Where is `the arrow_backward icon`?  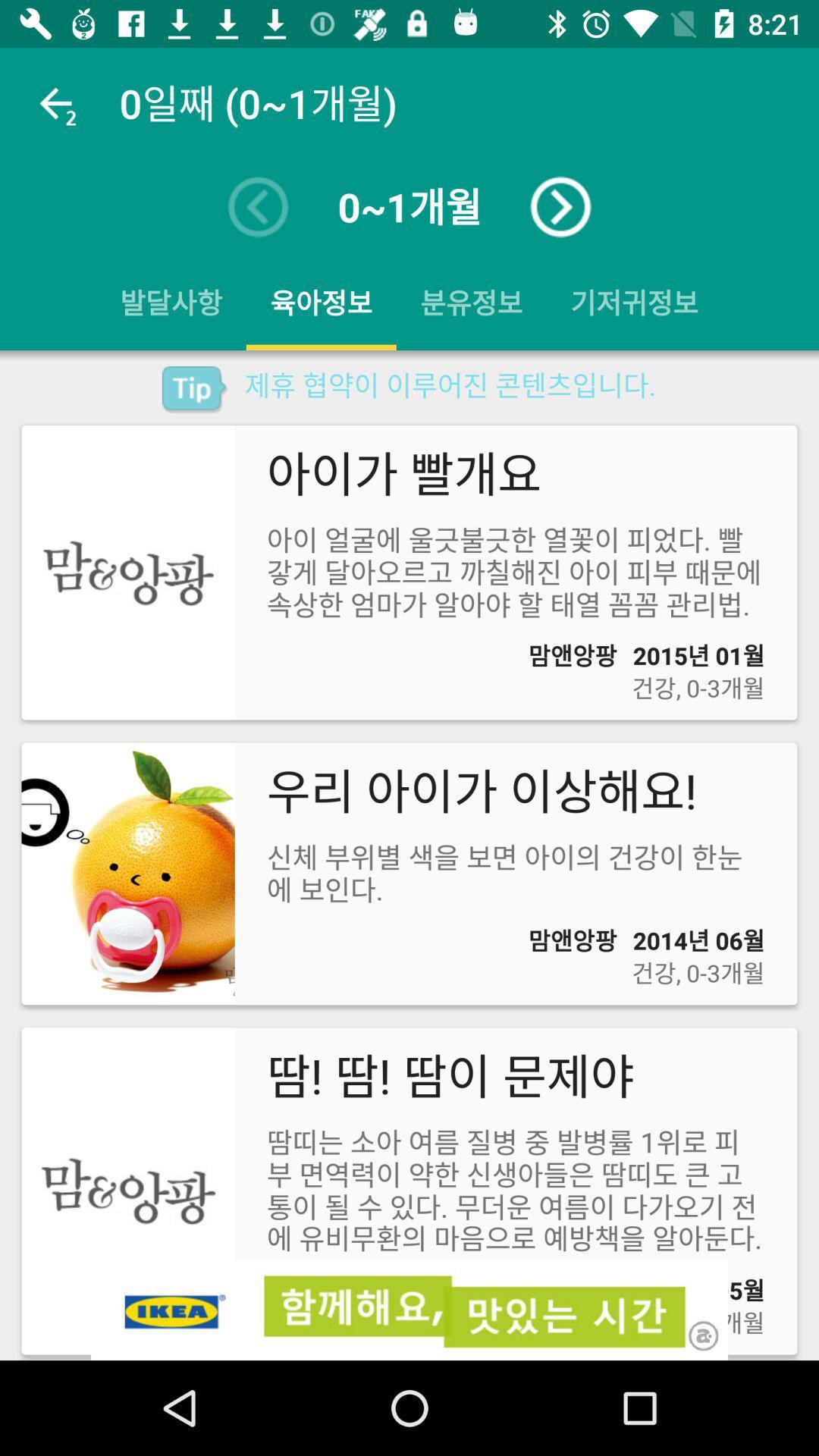
the arrow_backward icon is located at coordinates (257, 206).